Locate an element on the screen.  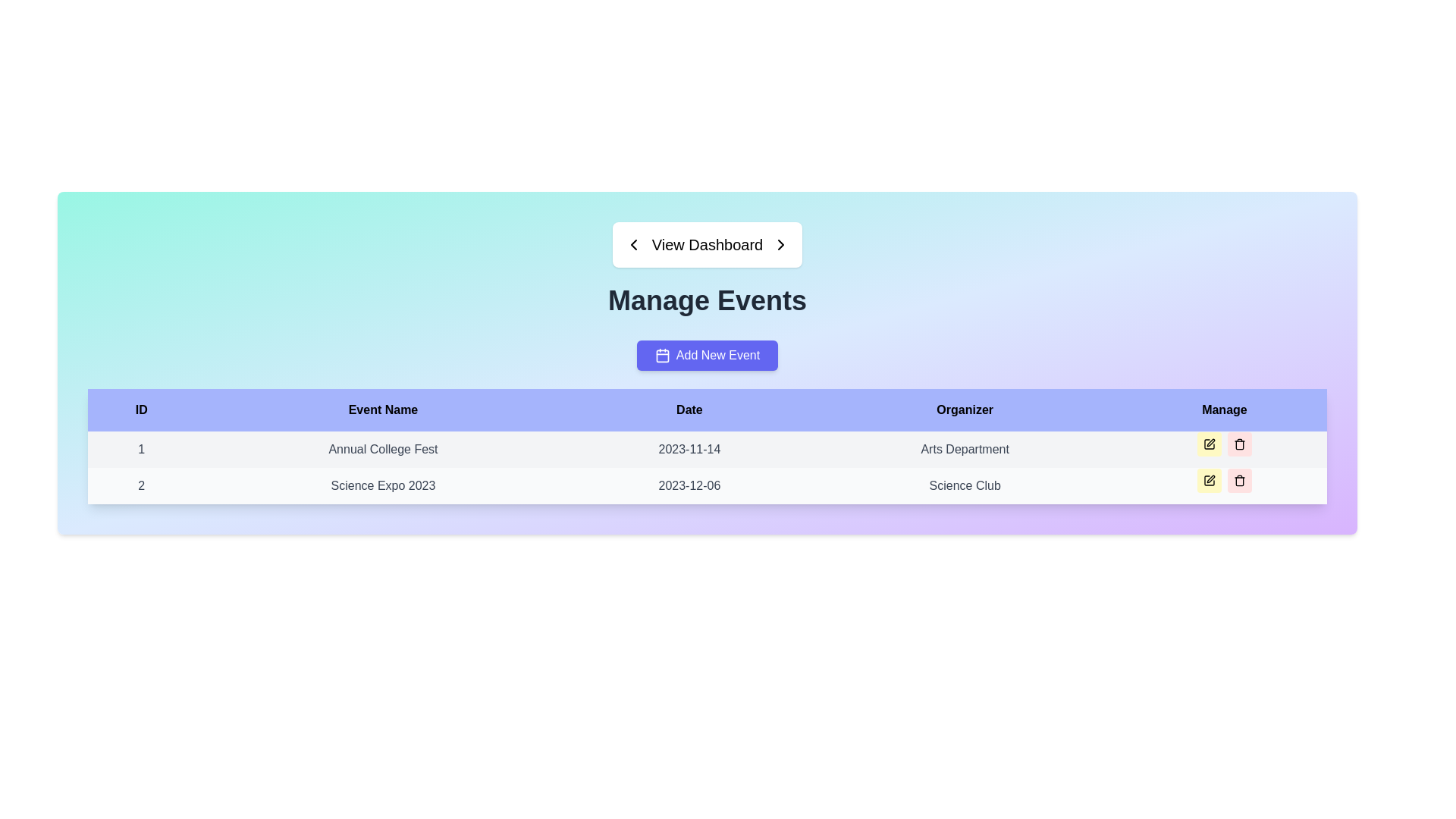
the 'Manage' column header text element to sort the column, which is styled with a blue background and black text, located at the end of the header row in the table is located at coordinates (1224, 409).